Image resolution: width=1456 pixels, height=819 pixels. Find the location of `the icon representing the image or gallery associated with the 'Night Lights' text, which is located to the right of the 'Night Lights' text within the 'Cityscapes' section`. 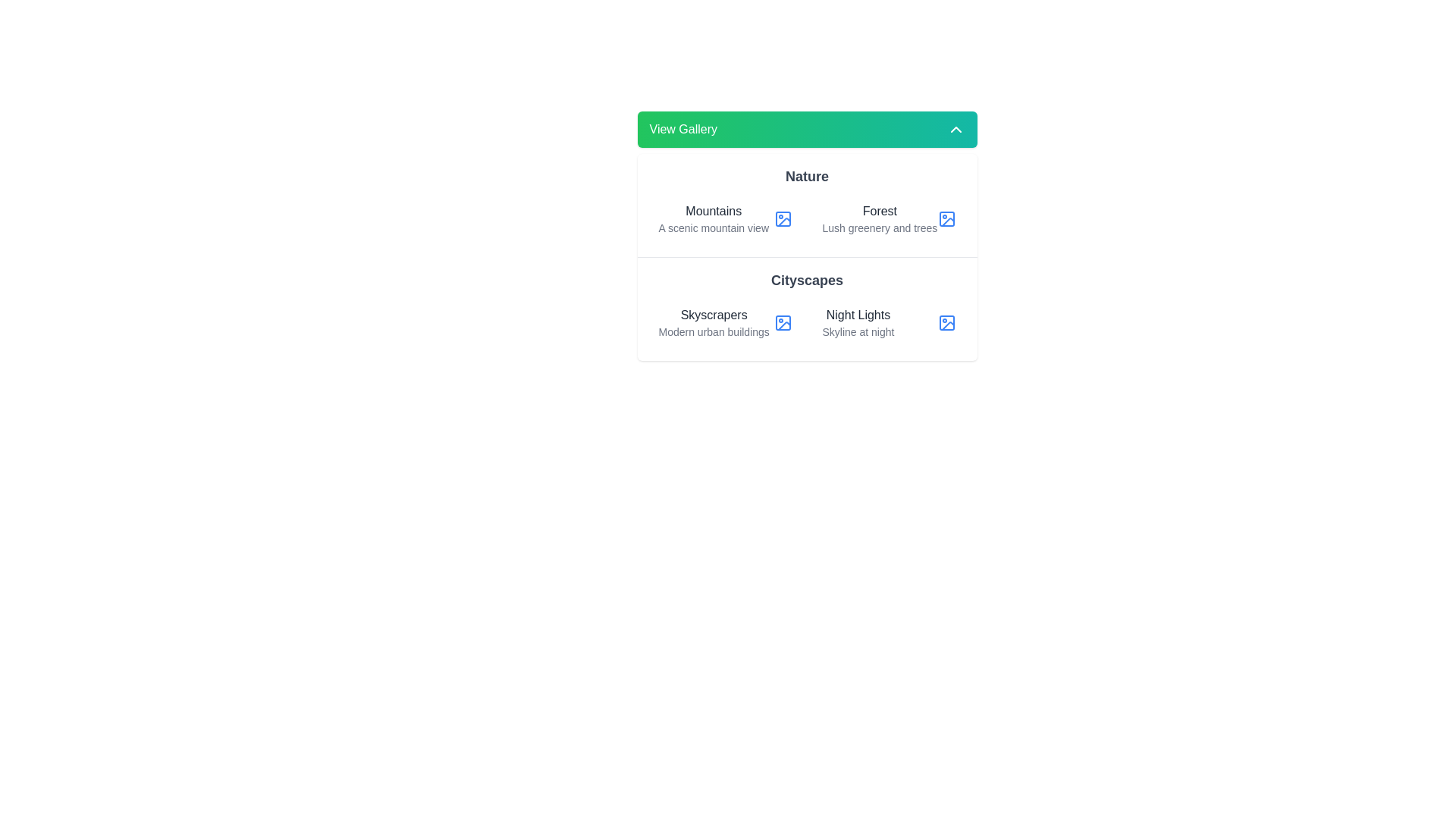

the icon representing the image or gallery associated with the 'Night Lights' text, which is located to the right of the 'Night Lights' text within the 'Cityscapes' section is located at coordinates (946, 322).